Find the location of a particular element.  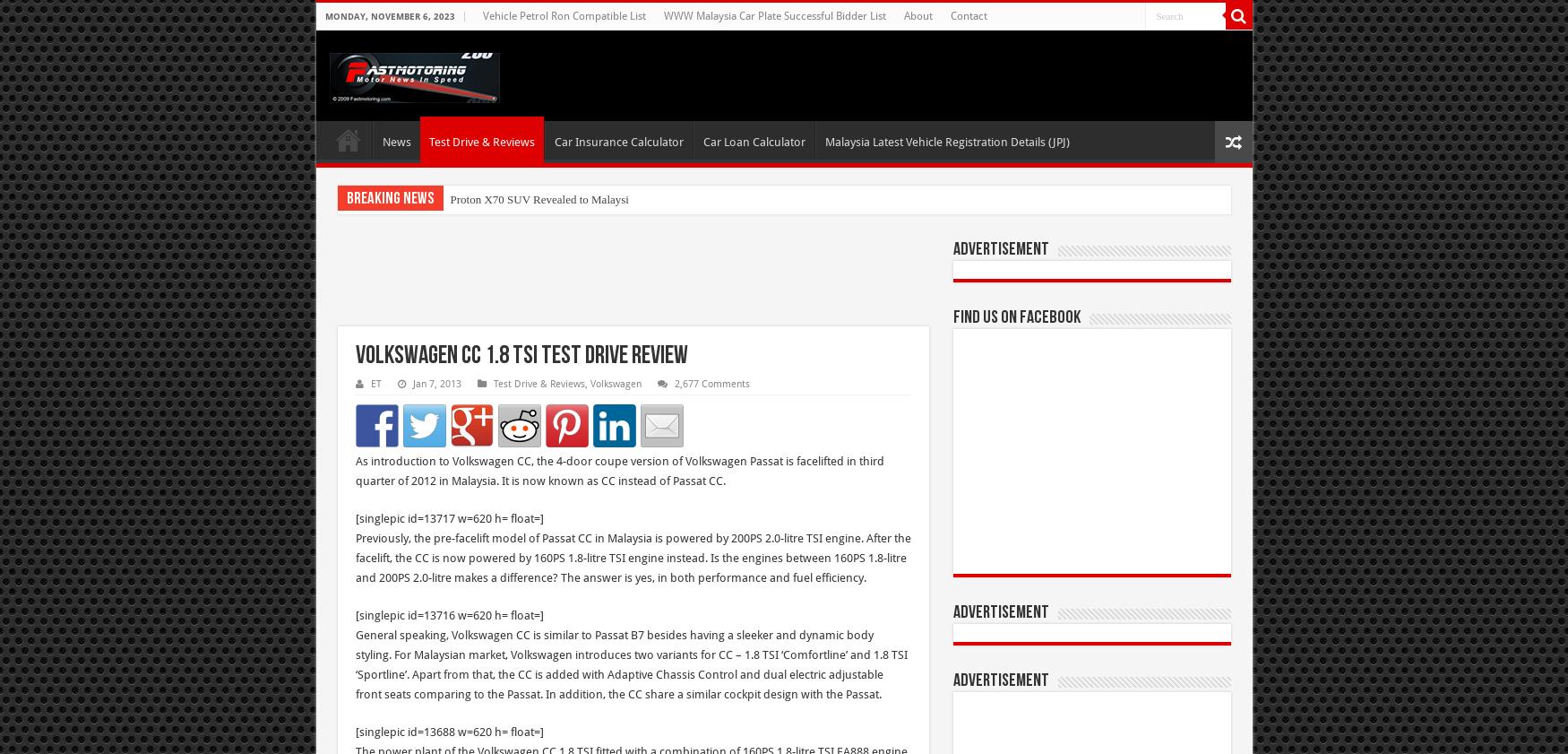

'2,677 Comments' is located at coordinates (710, 384).